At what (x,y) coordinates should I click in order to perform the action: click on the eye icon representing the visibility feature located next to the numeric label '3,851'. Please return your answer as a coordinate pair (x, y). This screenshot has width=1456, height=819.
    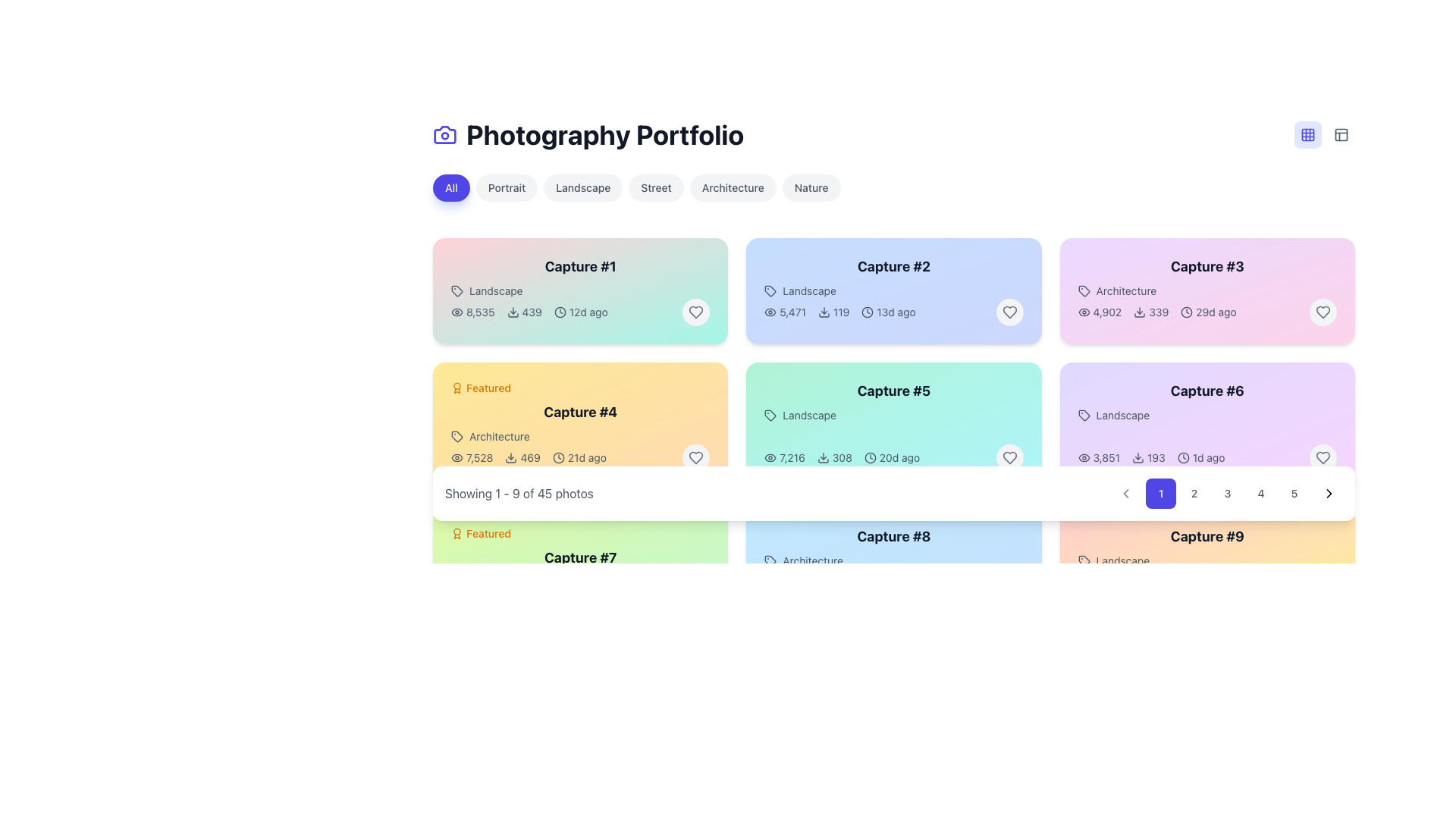
    Looking at the image, I should click on (1083, 457).